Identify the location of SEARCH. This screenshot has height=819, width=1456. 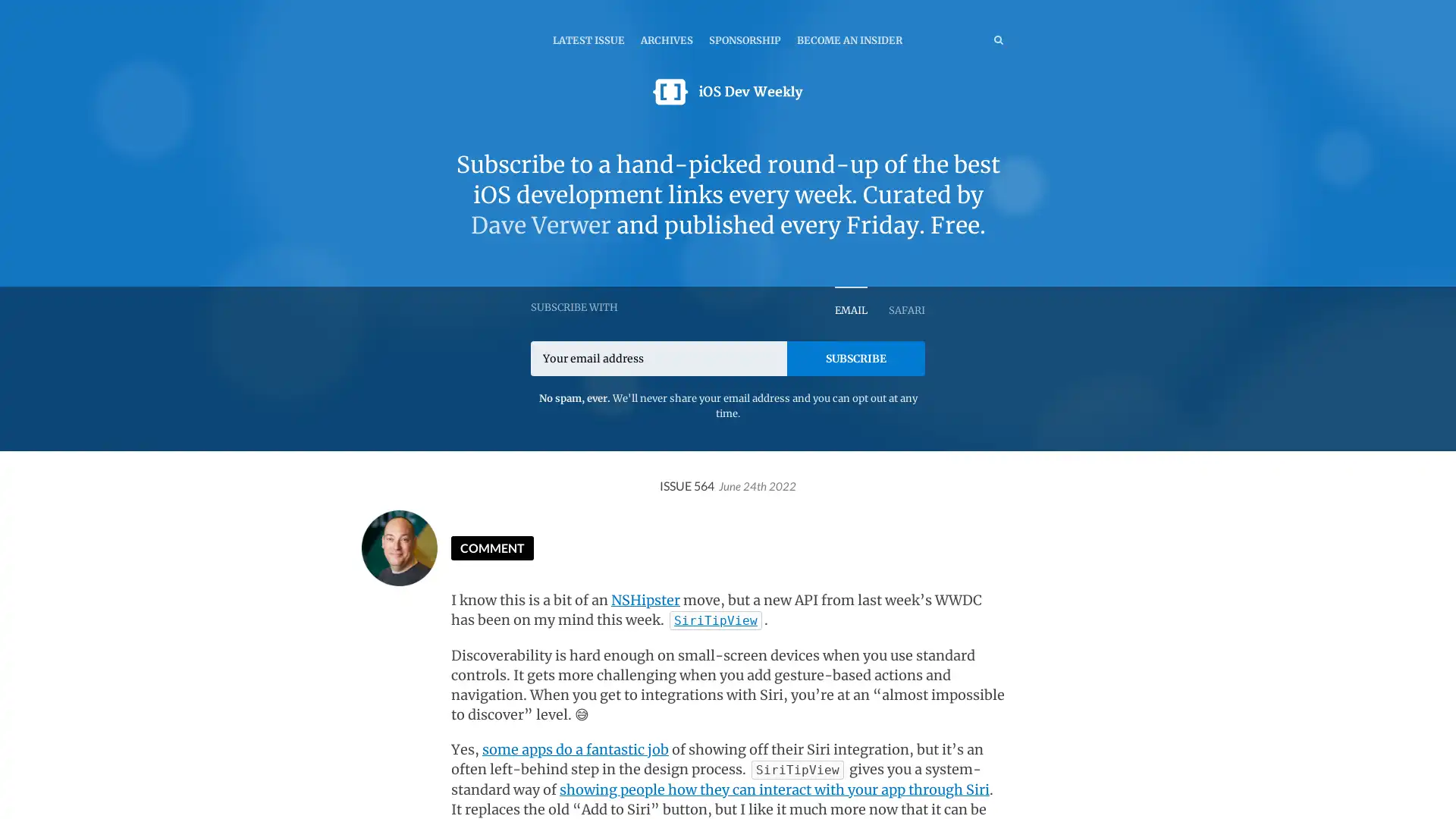
(966, 39).